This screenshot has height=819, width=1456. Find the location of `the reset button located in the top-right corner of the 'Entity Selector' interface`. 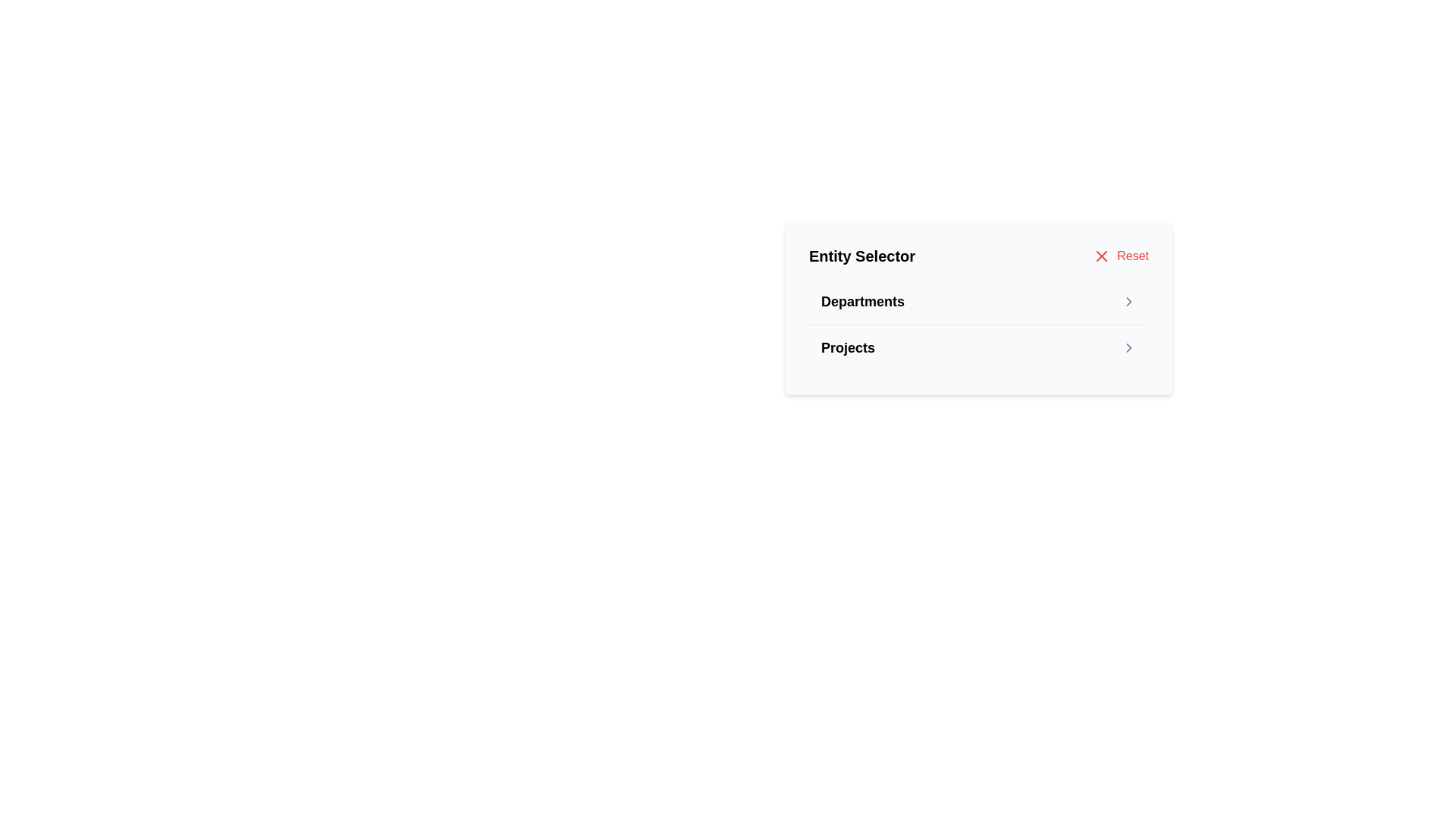

the reset button located in the top-right corner of the 'Entity Selector' interface is located at coordinates (1121, 256).